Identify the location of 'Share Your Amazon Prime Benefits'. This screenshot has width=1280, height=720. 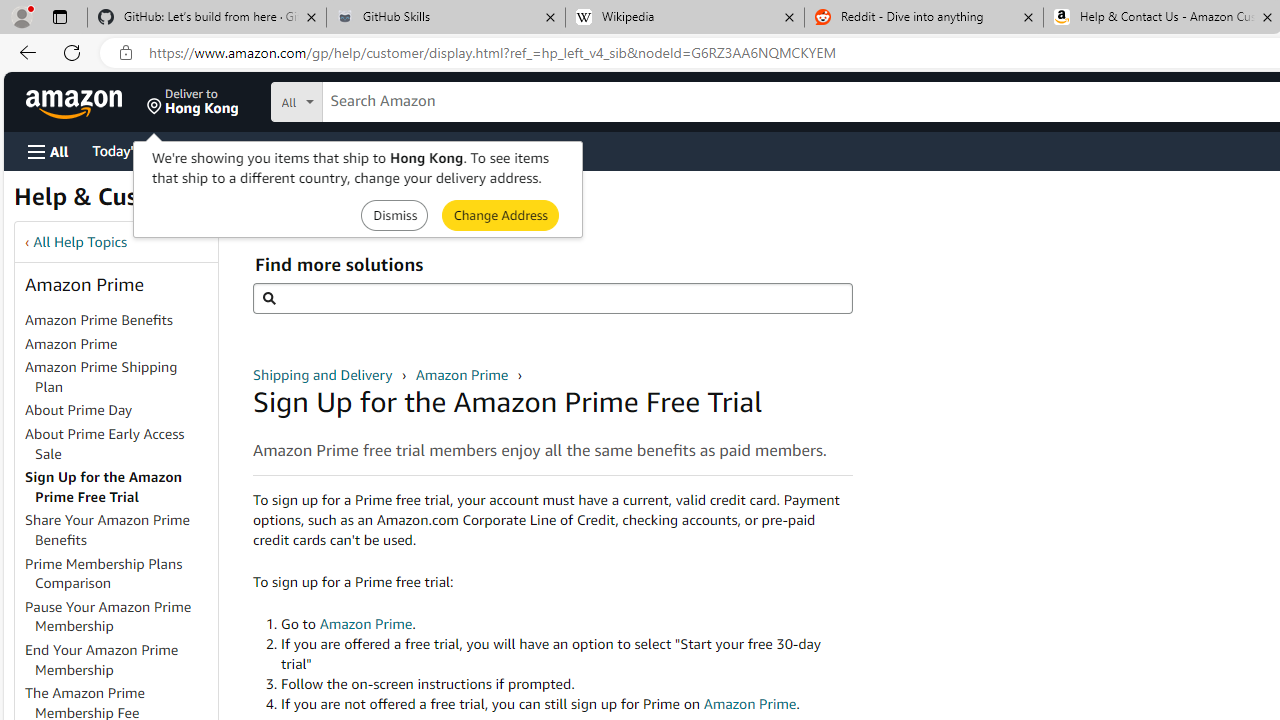
(119, 530).